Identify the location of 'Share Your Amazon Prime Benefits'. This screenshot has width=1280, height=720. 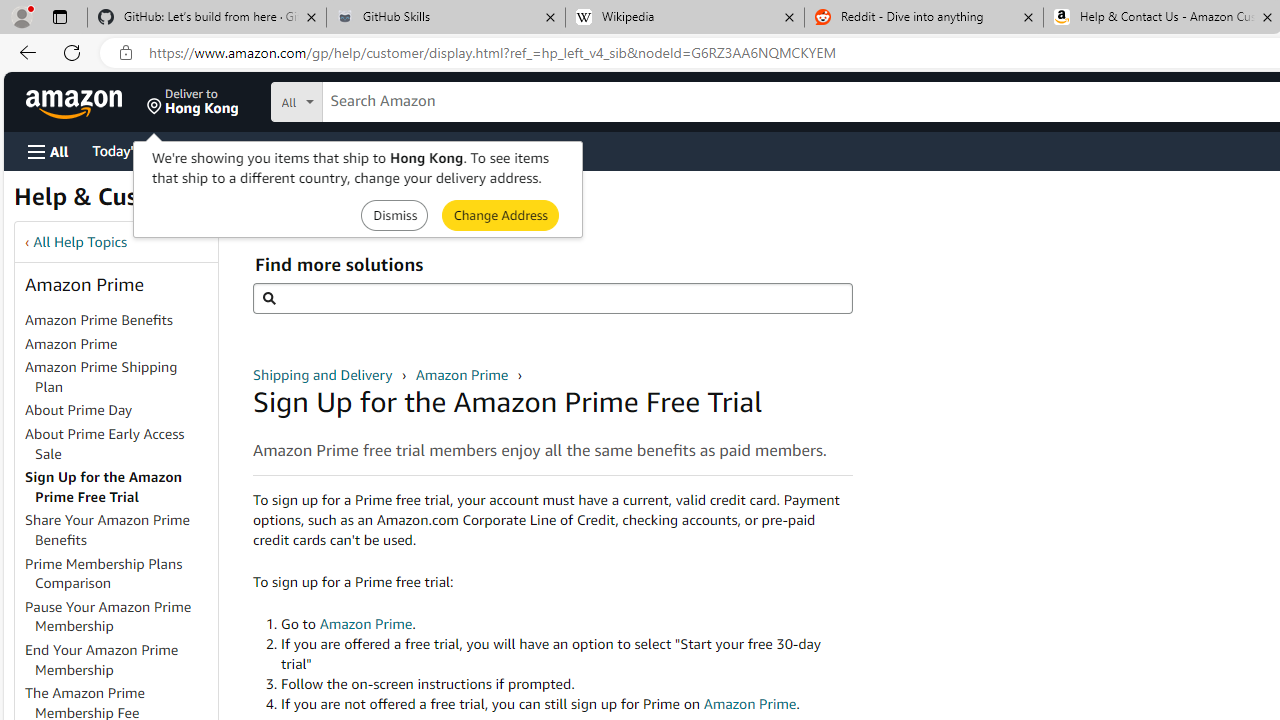
(119, 530).